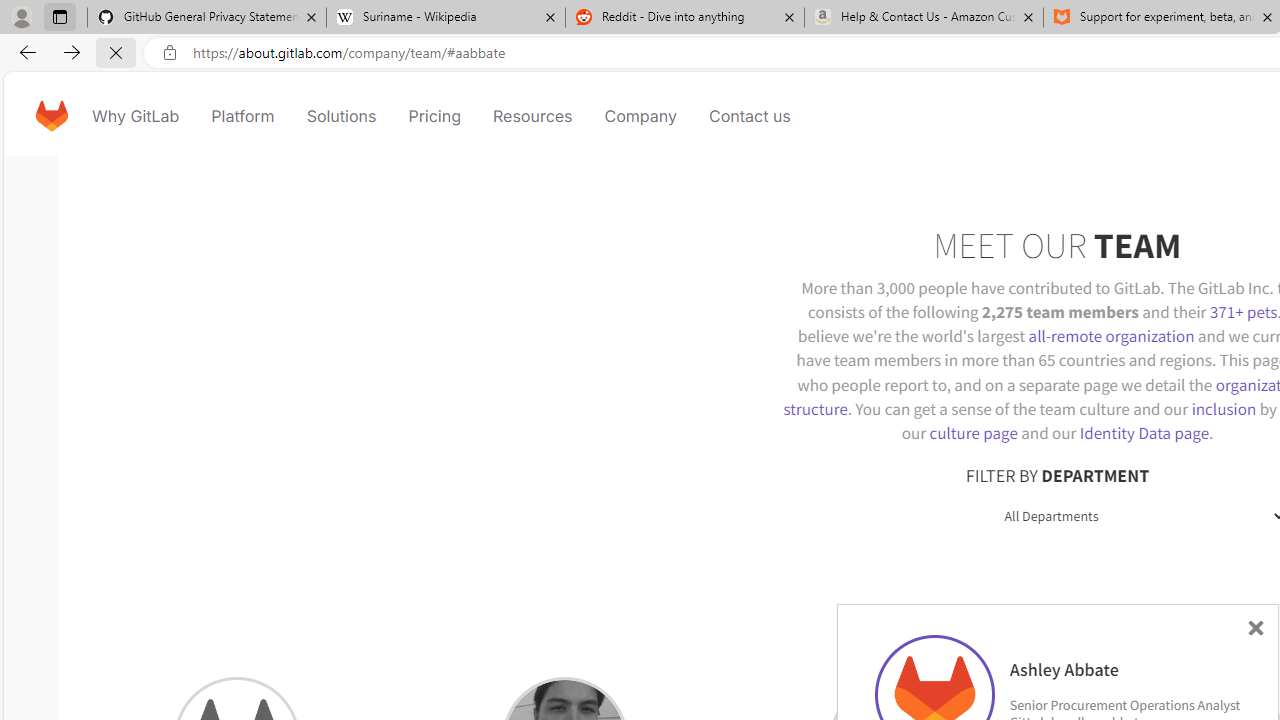 This screenshot has width=1280, height=720. What do you see at coordinates (444, 17) in the screenshot?
I see `'Suriname - Wikipedia'` at bounding box center [444, 17].